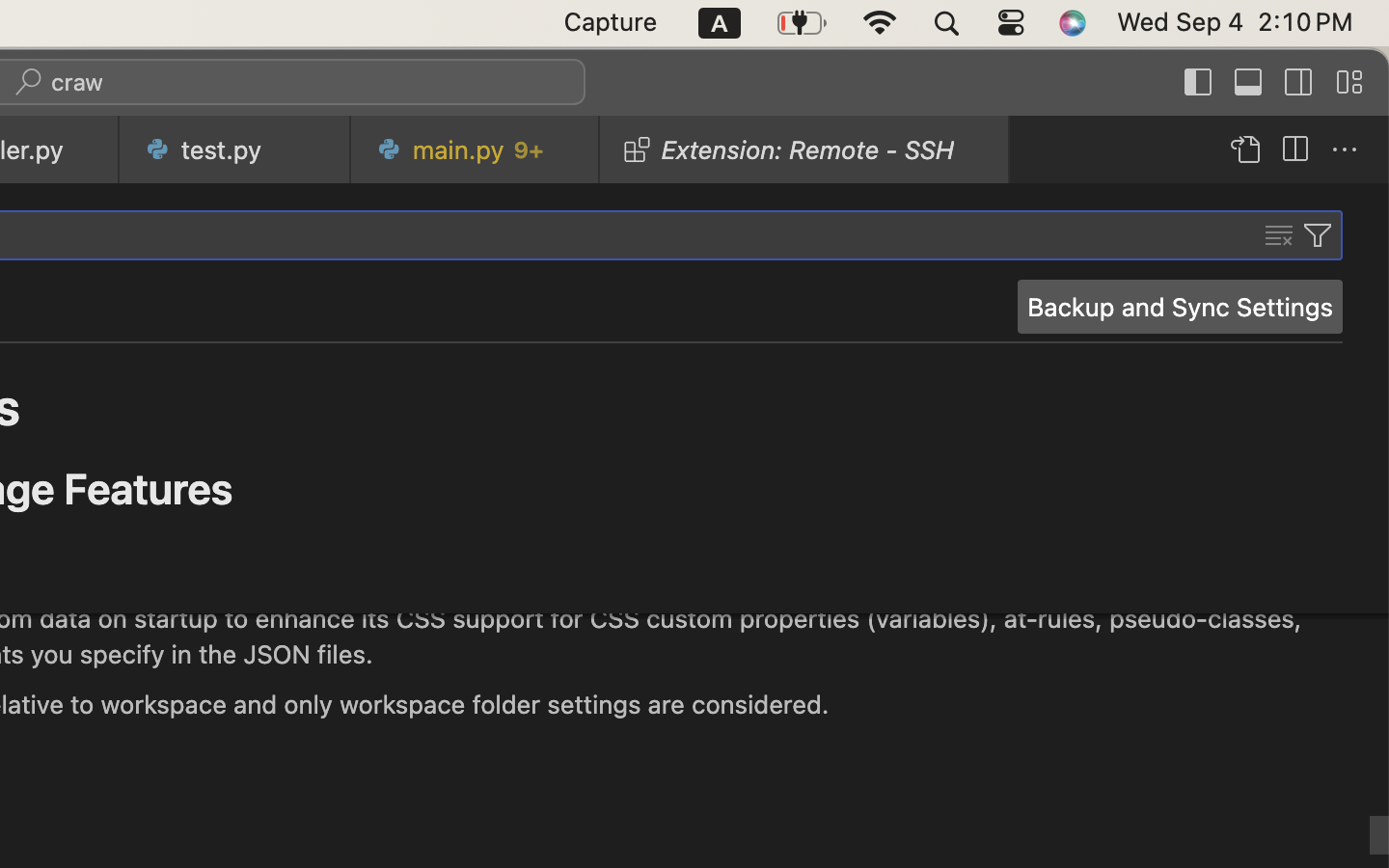 This screenshot has height=868, width=1389. I want to click on '', so click(1248, 82).